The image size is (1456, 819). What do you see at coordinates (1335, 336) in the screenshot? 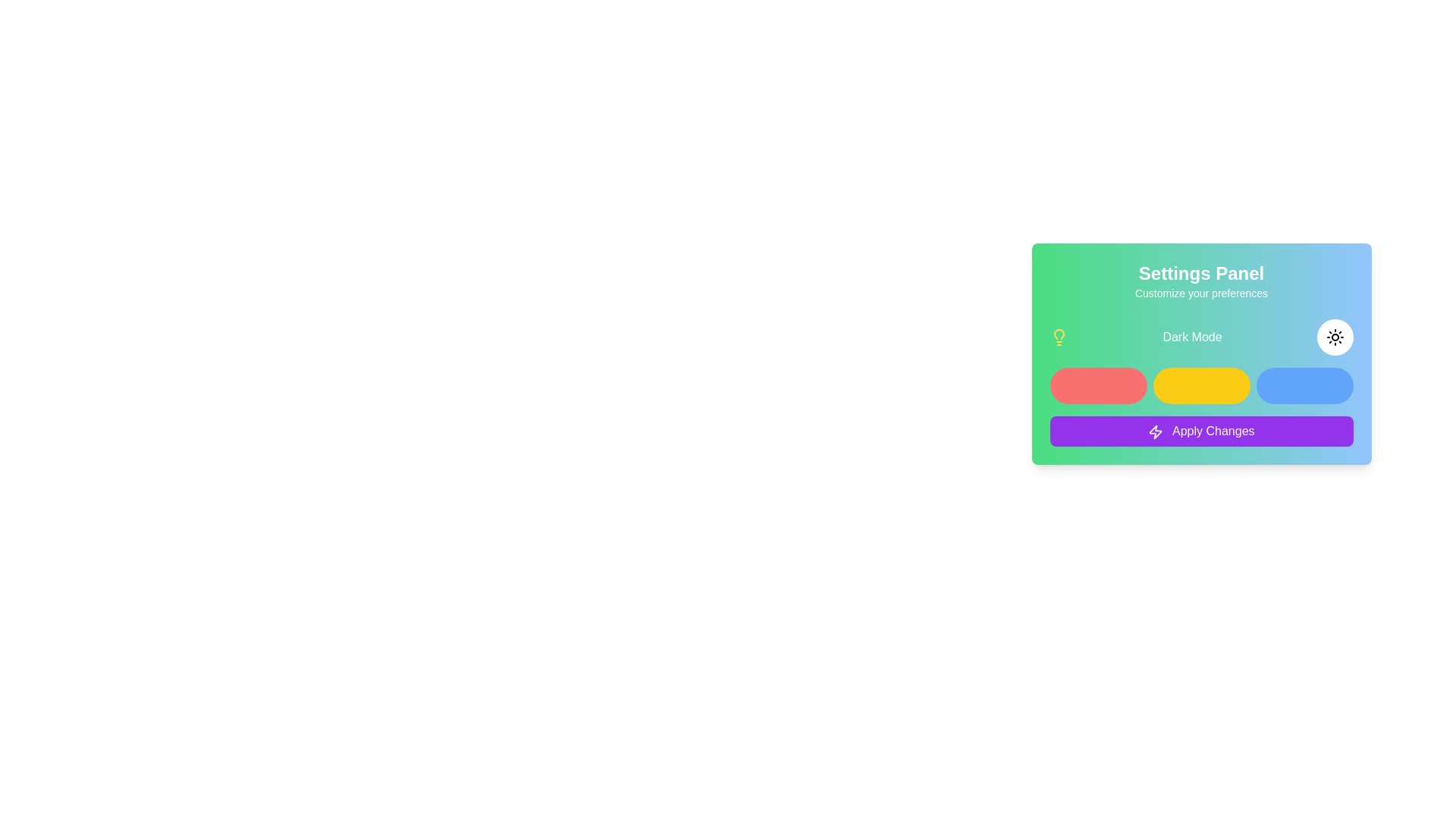
I see `the 'Light Mode' toggle icon located in the top-right corner of the settings panel, which is represented by a circular white button with a black border` at bounding box center [1335, 336].